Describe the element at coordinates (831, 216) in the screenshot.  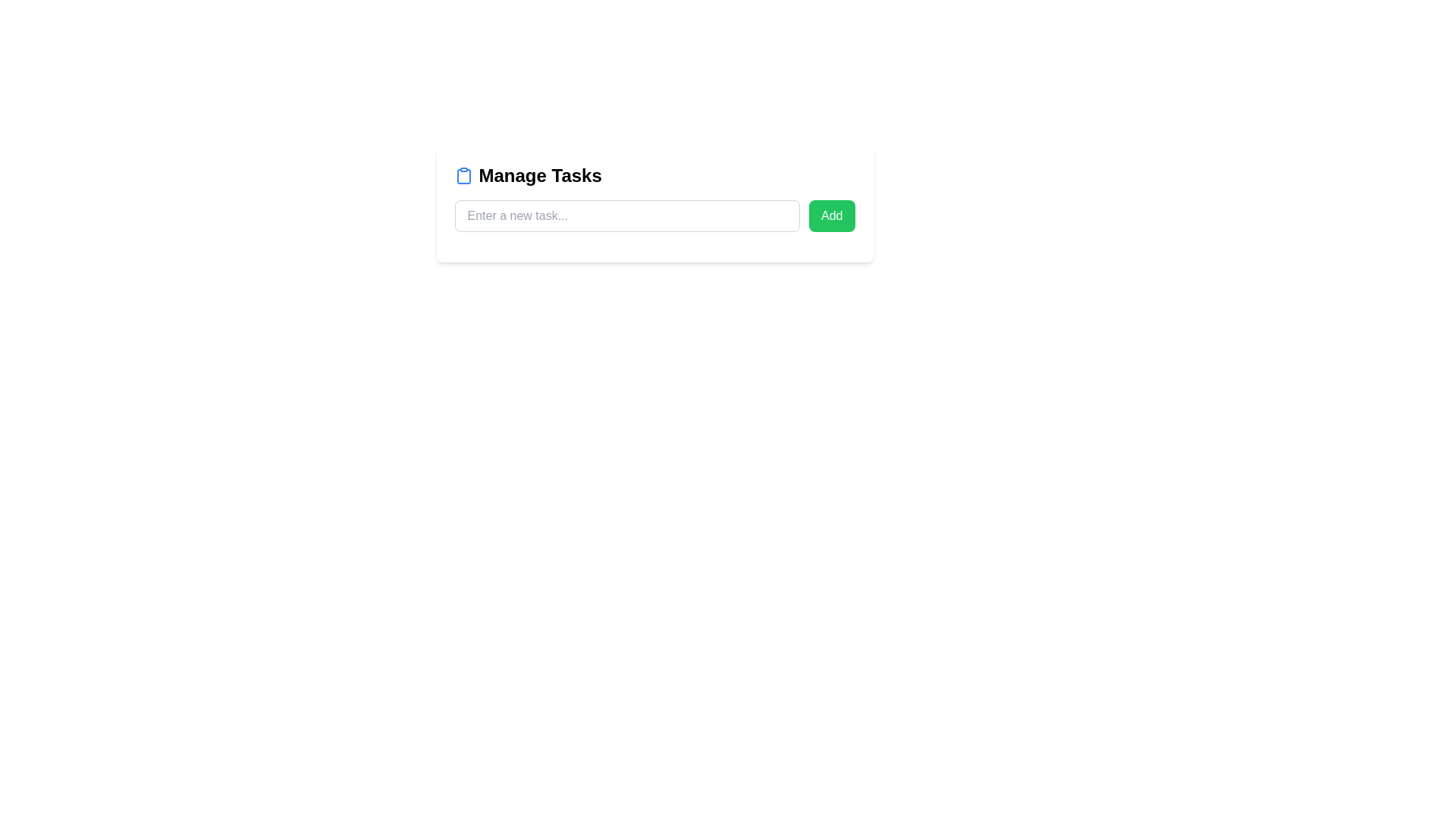
I see `the green 'Add' button located to the right of the input field with the placeholder 'Enter a new task...'` at that location.